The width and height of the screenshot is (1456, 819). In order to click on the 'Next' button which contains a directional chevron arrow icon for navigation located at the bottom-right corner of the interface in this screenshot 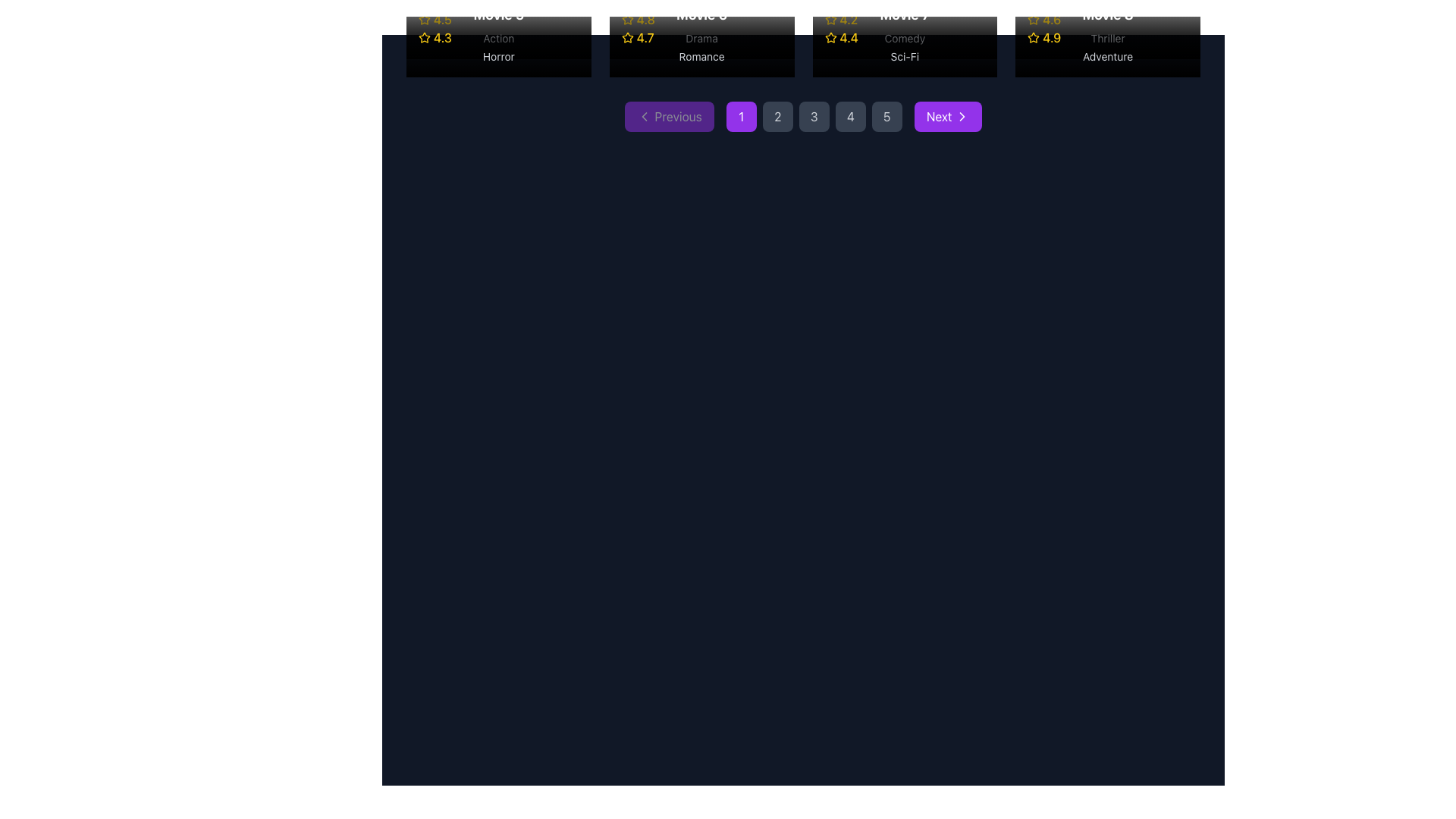, I will do `click(961, 116)`.